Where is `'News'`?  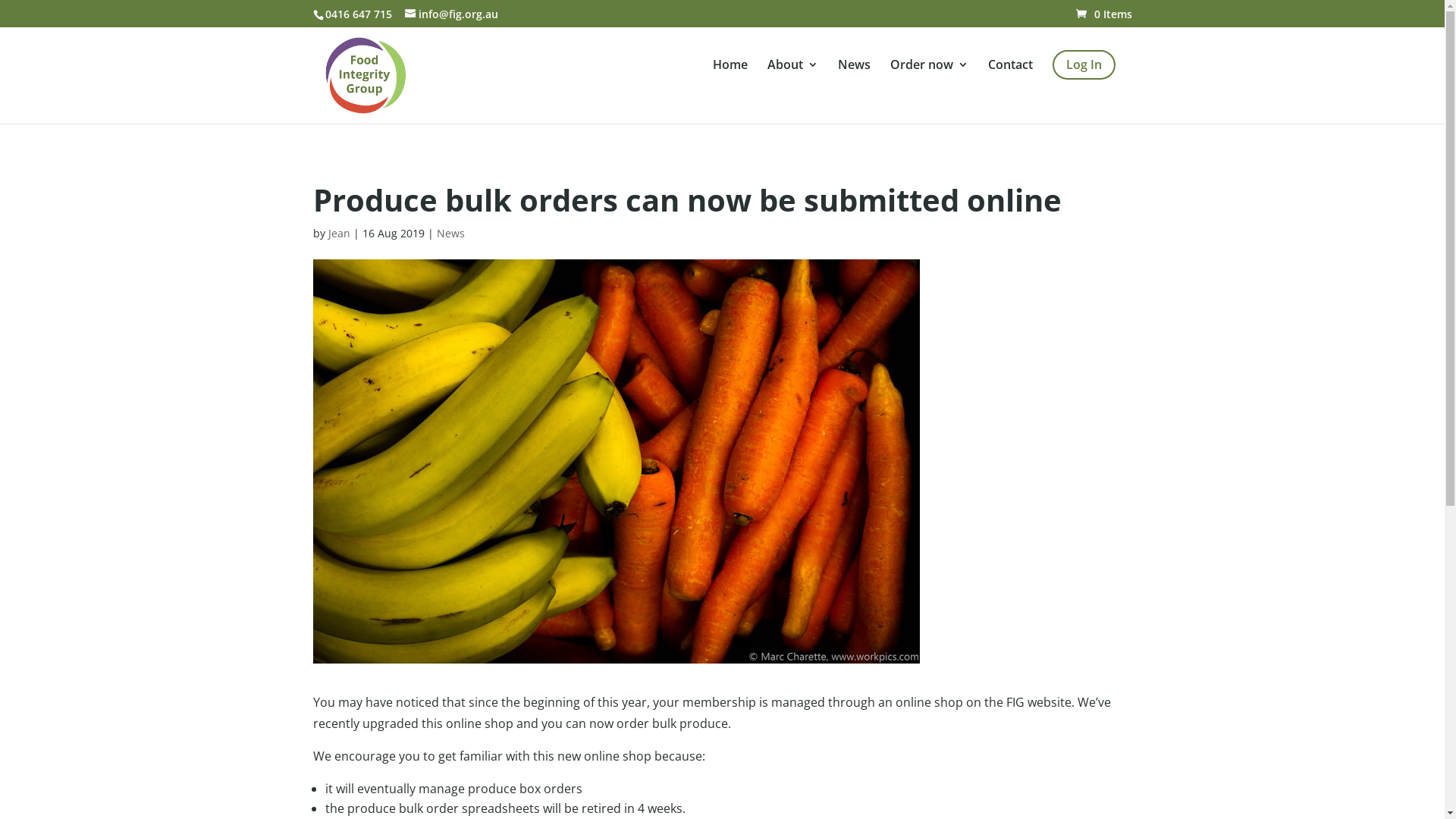
'News' is located at coordinates (450, 233).